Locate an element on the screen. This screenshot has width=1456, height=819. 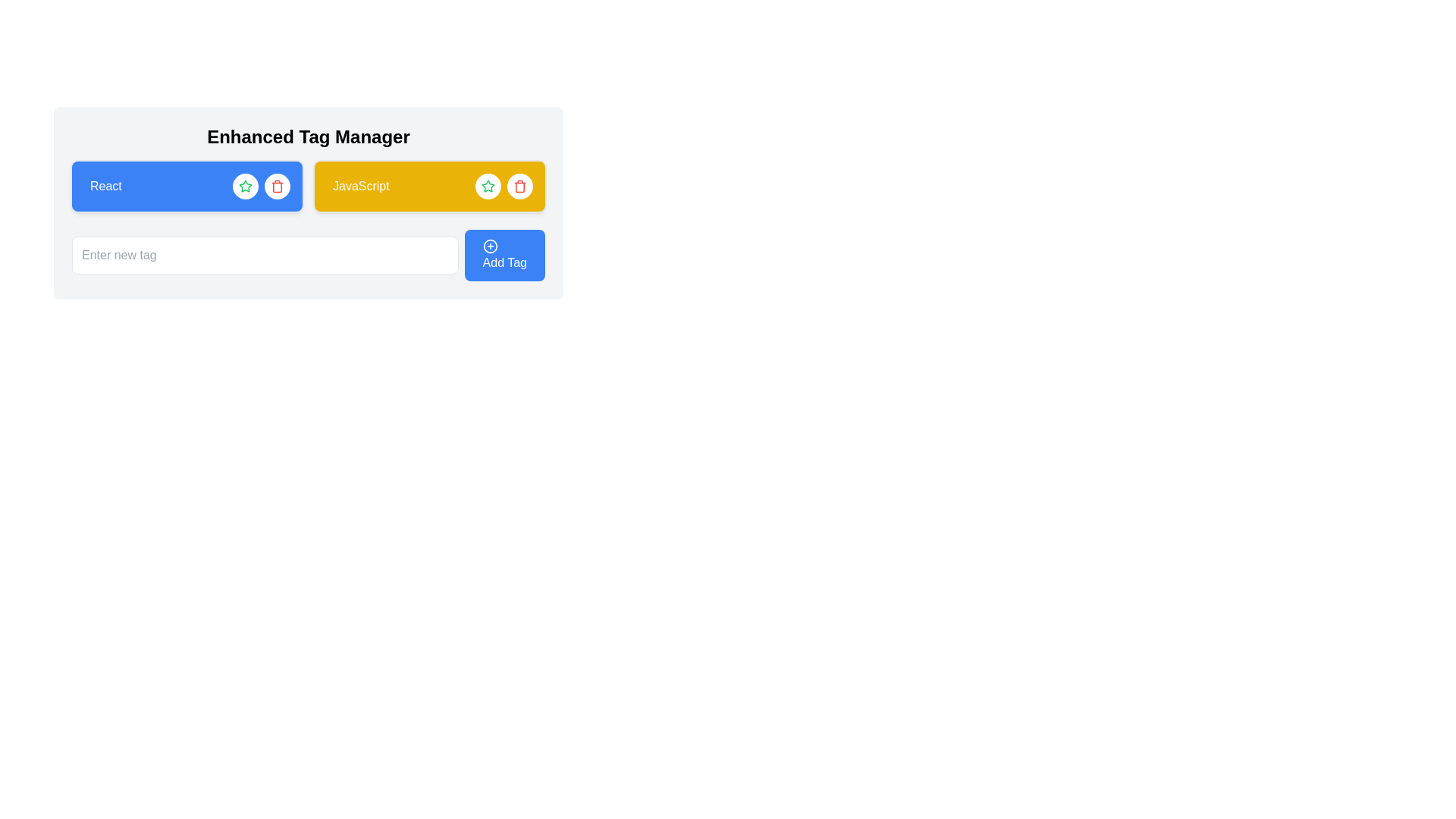
the trash icon button, which is a red trash icon located within the yellow 'JavaScript' button, positioned towards the rightmost end adjacent to the green star icon is located at coordinates (520, 186).